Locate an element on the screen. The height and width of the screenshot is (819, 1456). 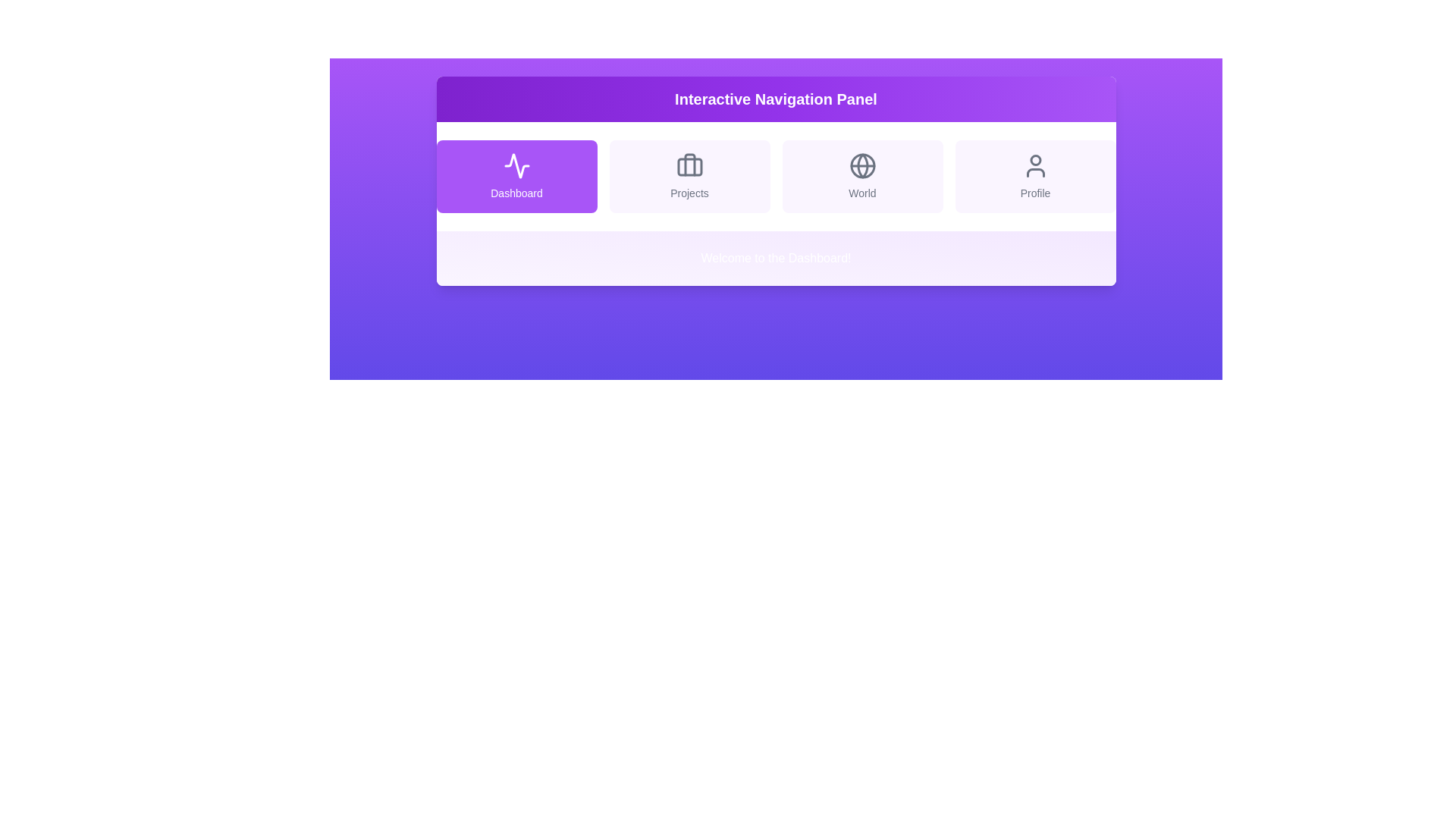
the decorative graphical element of the 'Projects' icon in the top navigation bar, which is a rectangular shape with rounded corners and part of a briefcase icon is located at coordinates (689, 167).